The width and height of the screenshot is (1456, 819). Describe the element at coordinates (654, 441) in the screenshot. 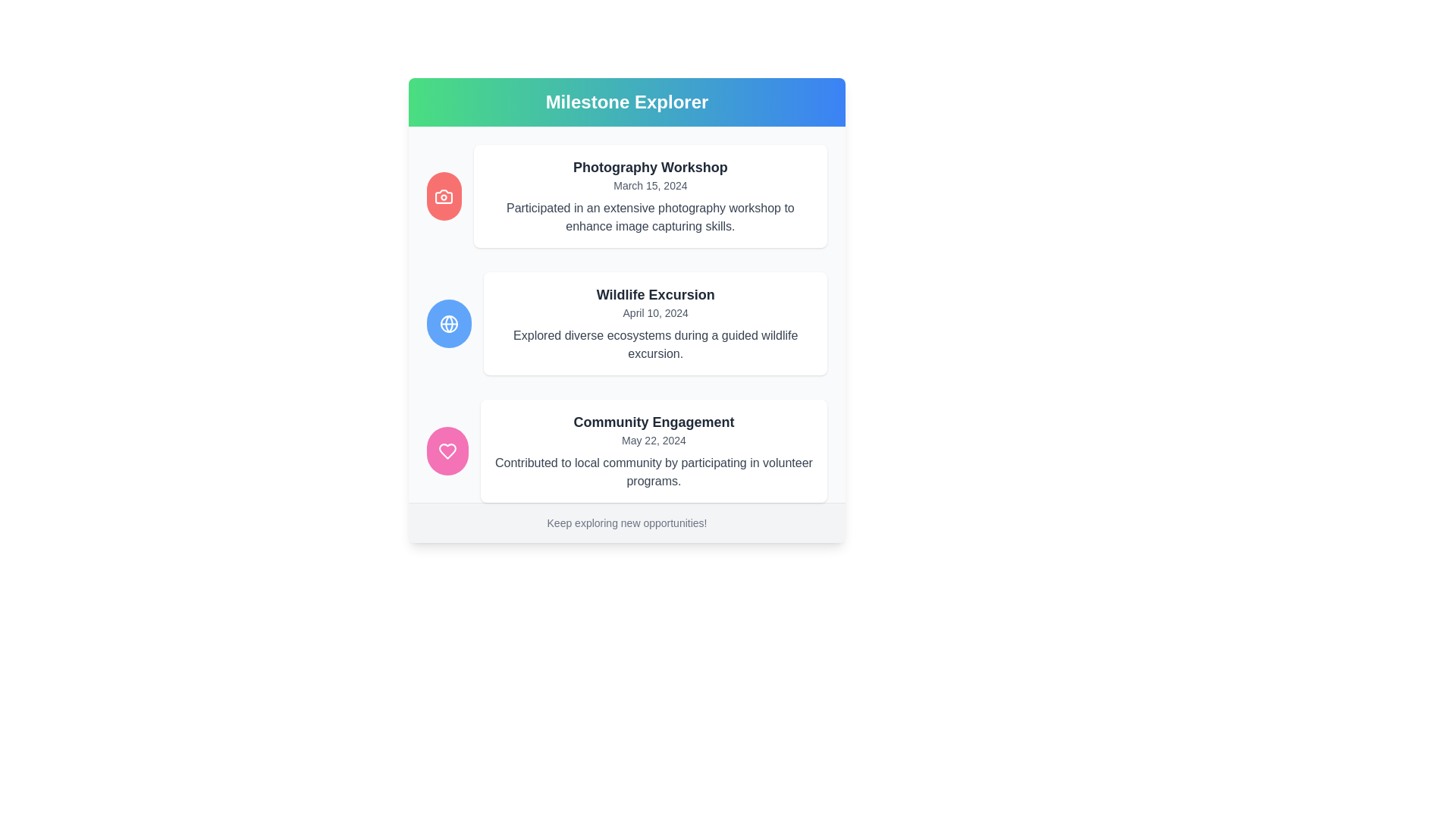

I see `the text displaying the date associated with the event or activity described in the 'Community Engagement' card, located below the title and centrally aligned` at that location.